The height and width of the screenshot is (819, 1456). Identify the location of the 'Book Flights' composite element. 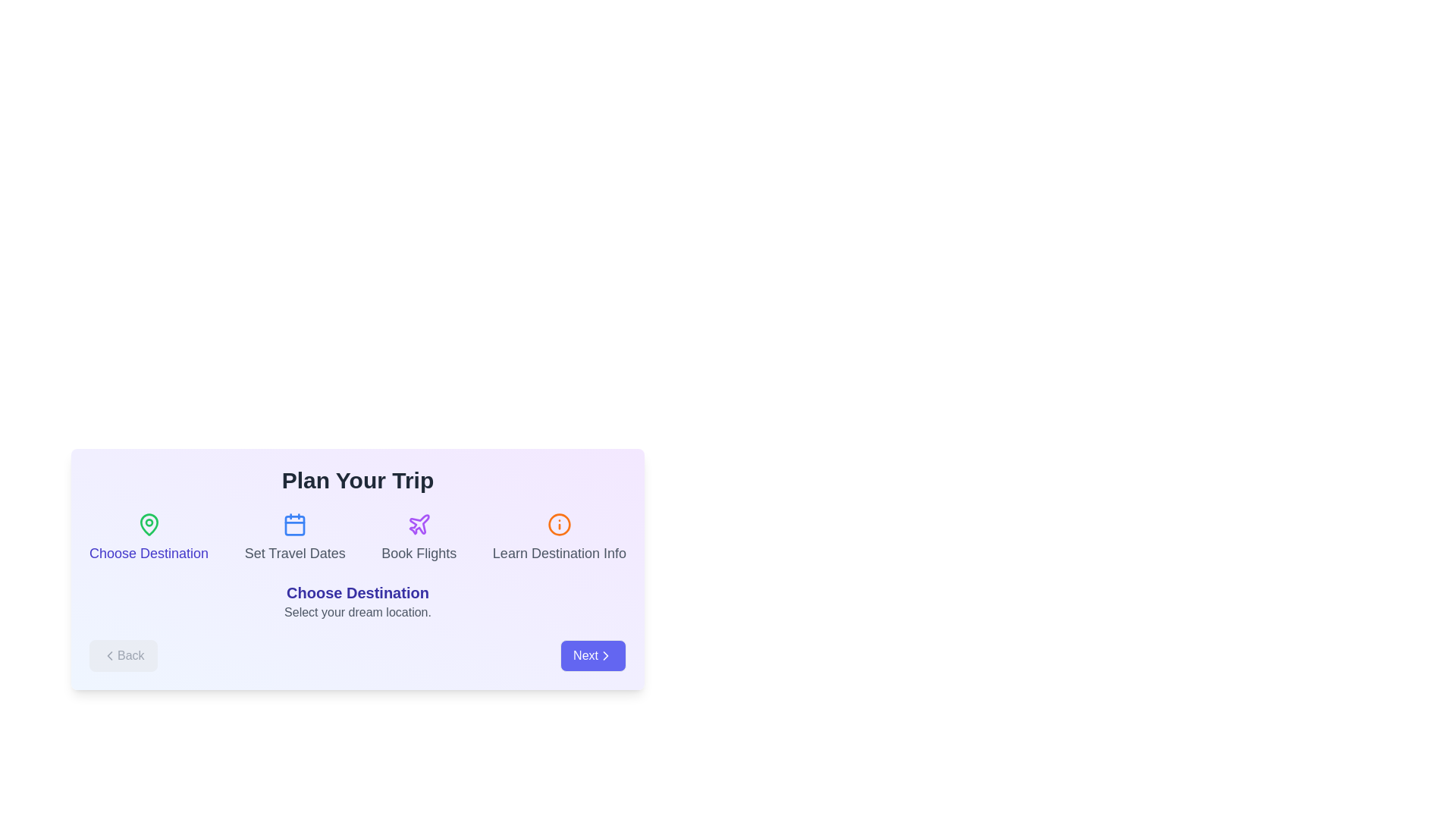
(419, 537).